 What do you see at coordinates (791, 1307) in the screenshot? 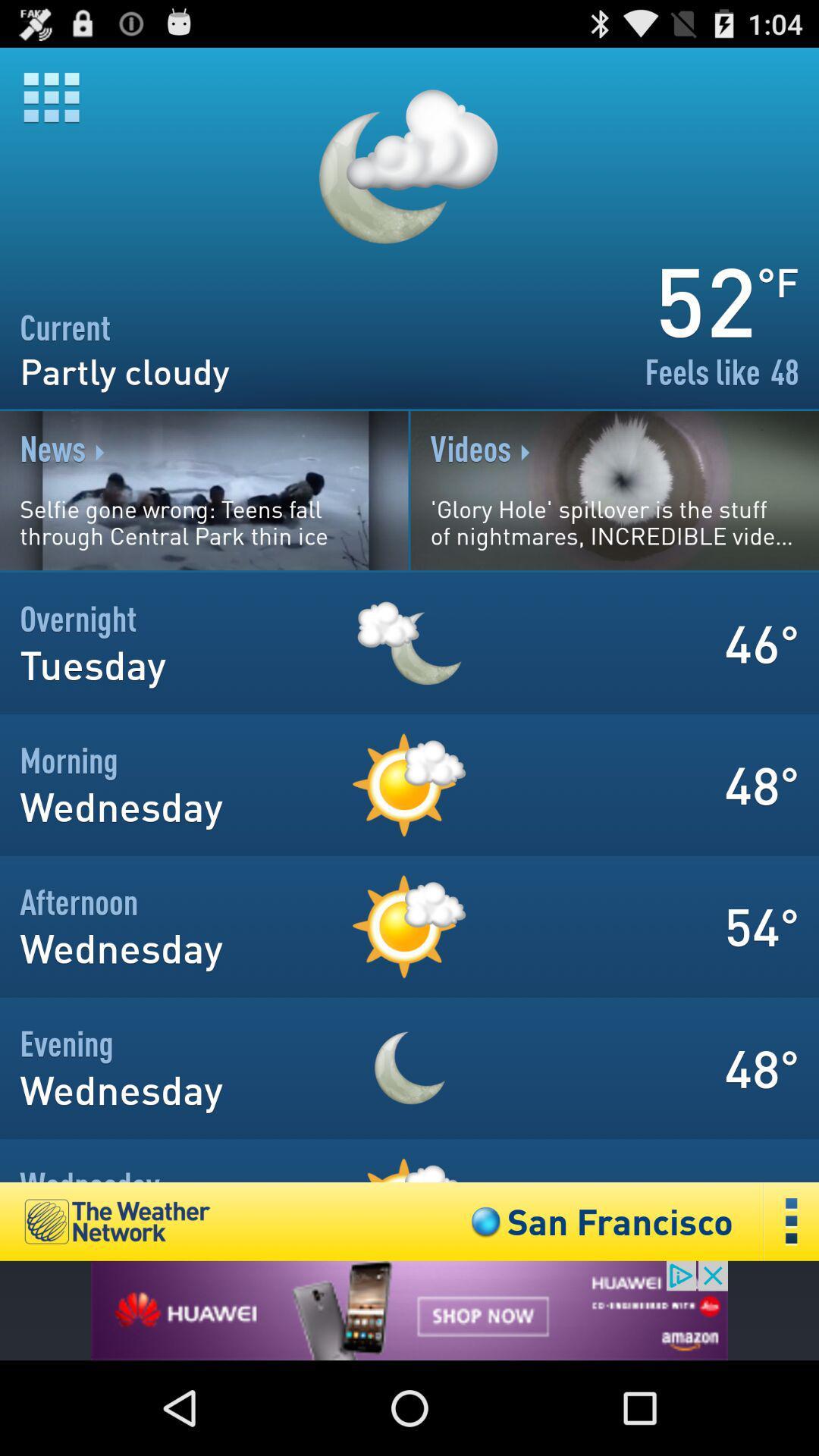
I see `the more icon` at bounding box center [791, 1307].